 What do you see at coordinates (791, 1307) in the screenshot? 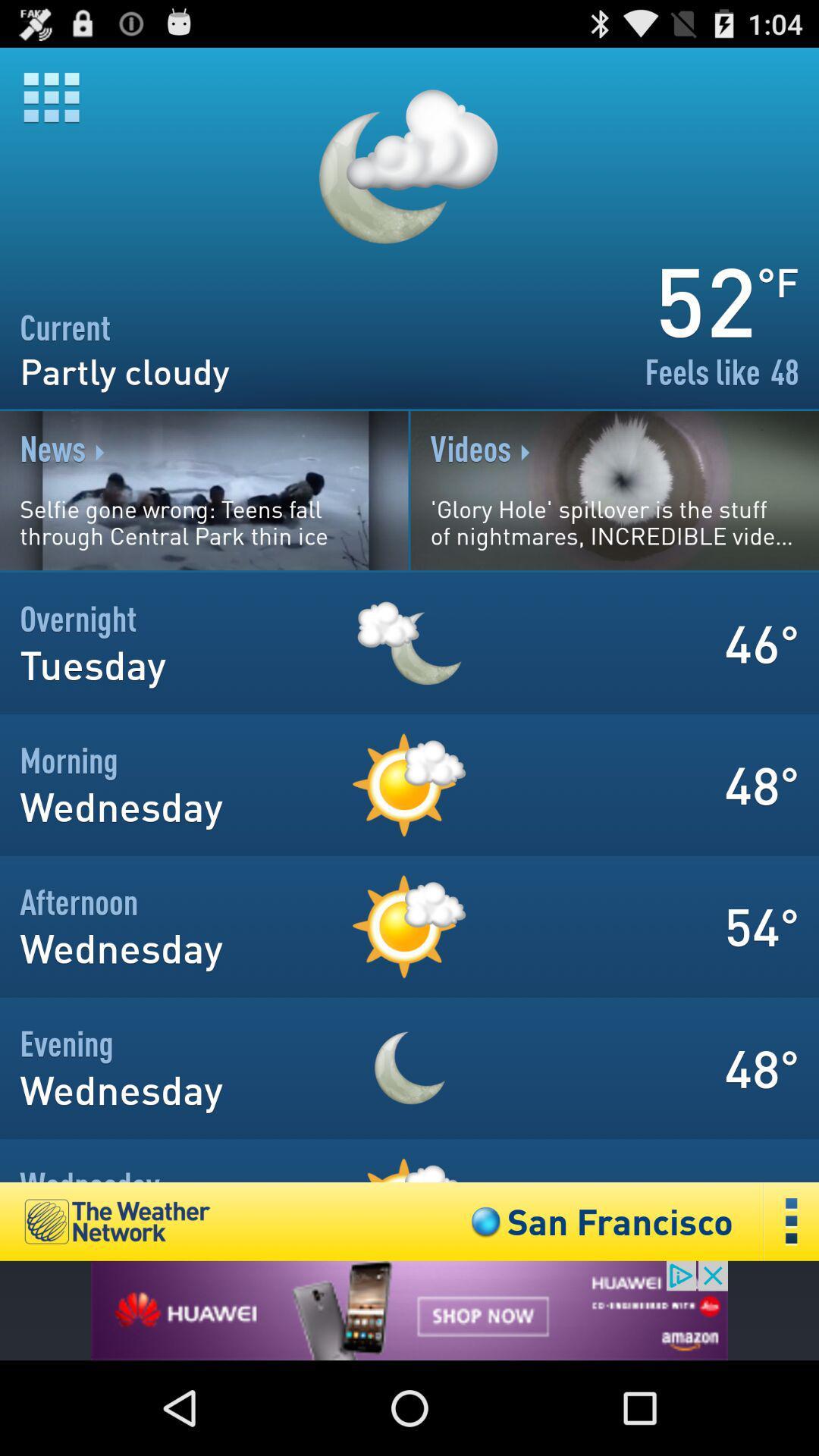
I see `the more icon` at bounding box center [791, 1307].